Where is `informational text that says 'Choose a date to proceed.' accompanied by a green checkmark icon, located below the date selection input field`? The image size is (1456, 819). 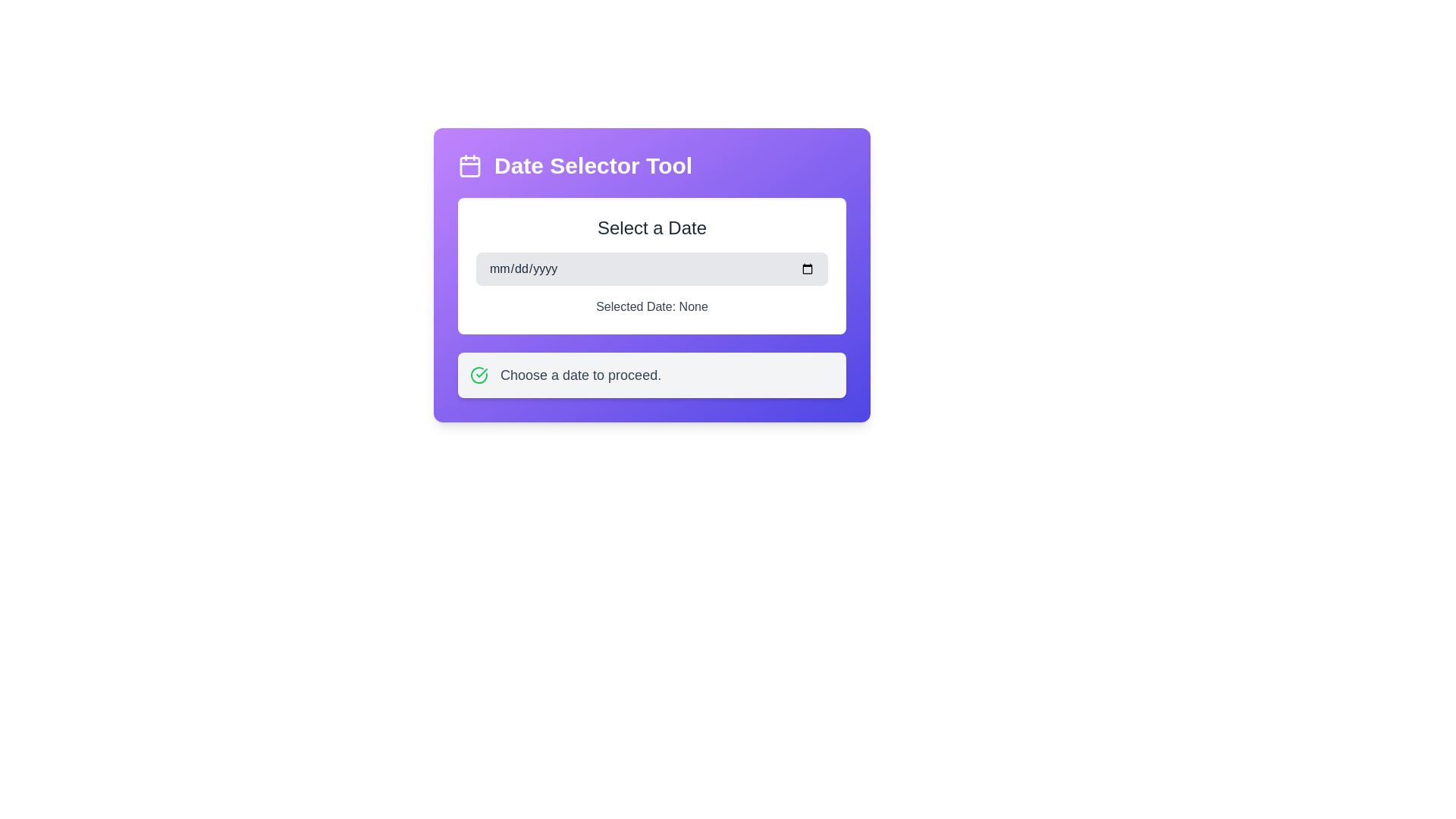
informational text that says 'Choose a date to proceed.' accompanied by a green checkmark icon, located below the date selection input field is located at coordinates (651, 375).